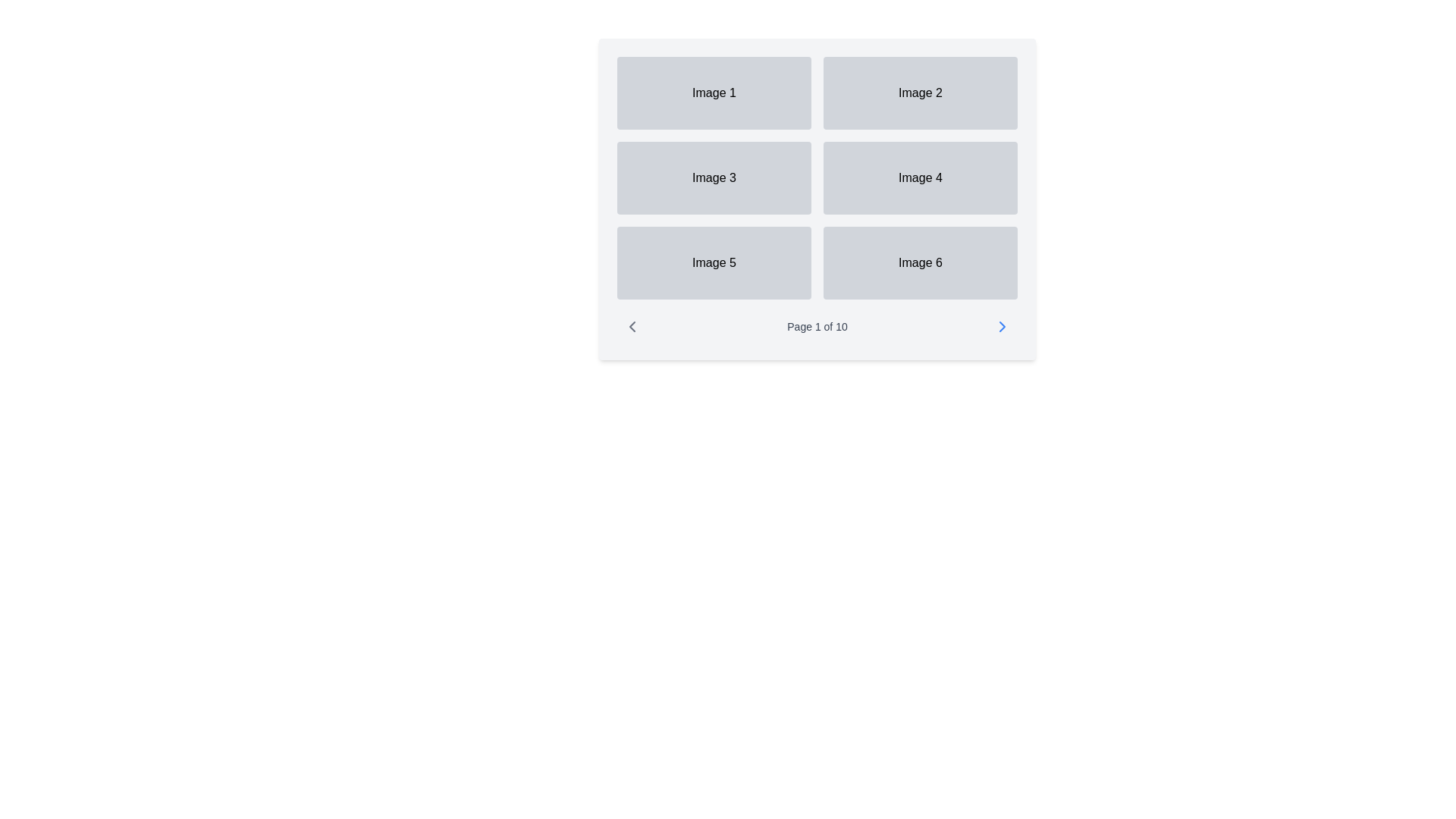 This screenshot has width=1456, height=819. What do you see at coordinates (632, 326) in the screenshot?
I see `the small rectangular button with a leftward-pointing chevron icon, located at the bottom-left corner of the navigation area` at bounding box center [632, 326].